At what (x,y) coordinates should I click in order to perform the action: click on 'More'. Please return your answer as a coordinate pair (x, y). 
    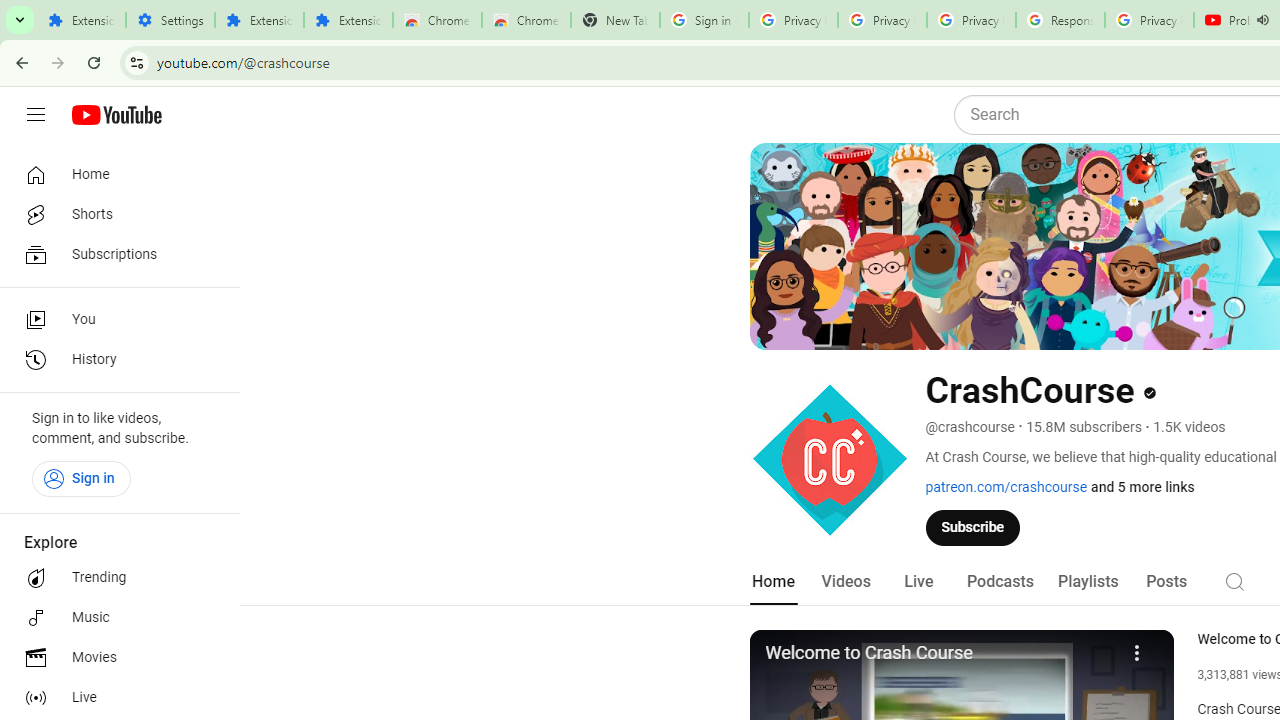
    Looking at the image, I should click on (1137, 650).